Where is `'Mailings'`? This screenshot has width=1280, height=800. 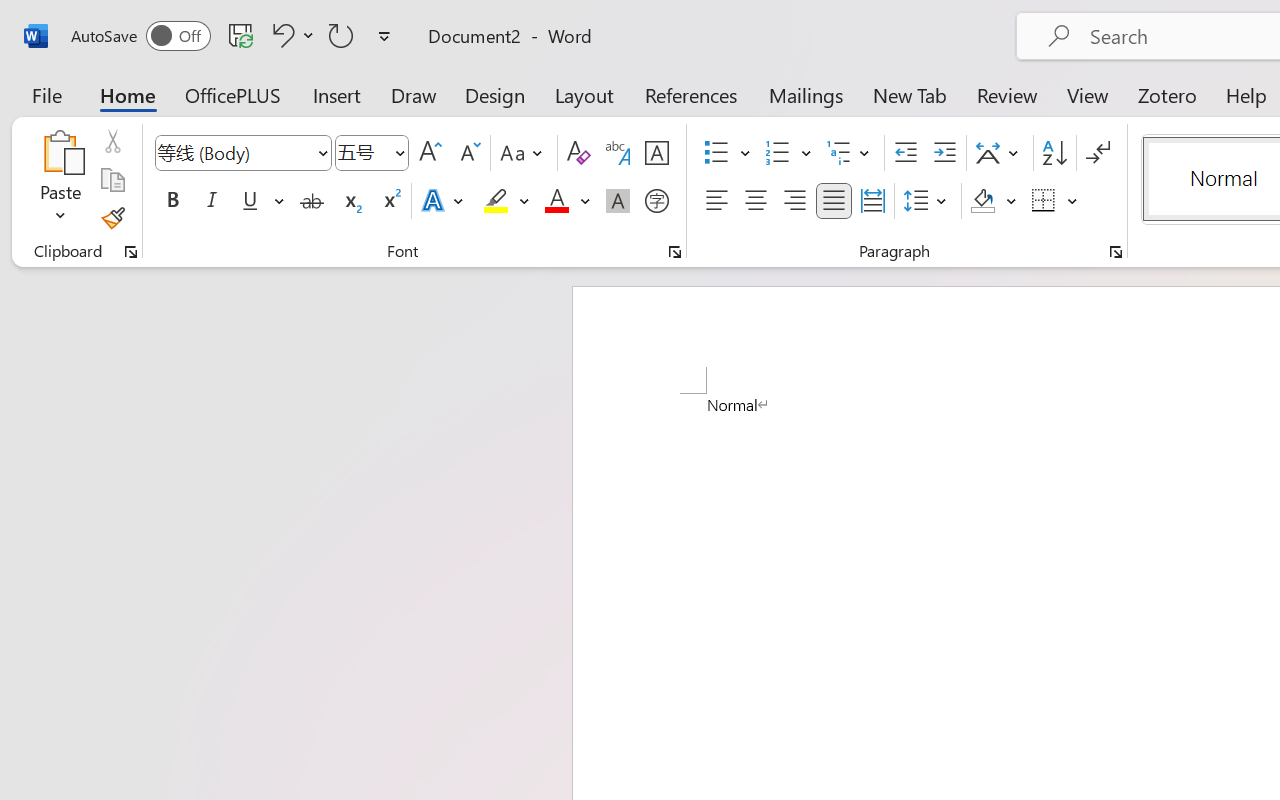
'Mailings' is located at coordinates (806, 94).